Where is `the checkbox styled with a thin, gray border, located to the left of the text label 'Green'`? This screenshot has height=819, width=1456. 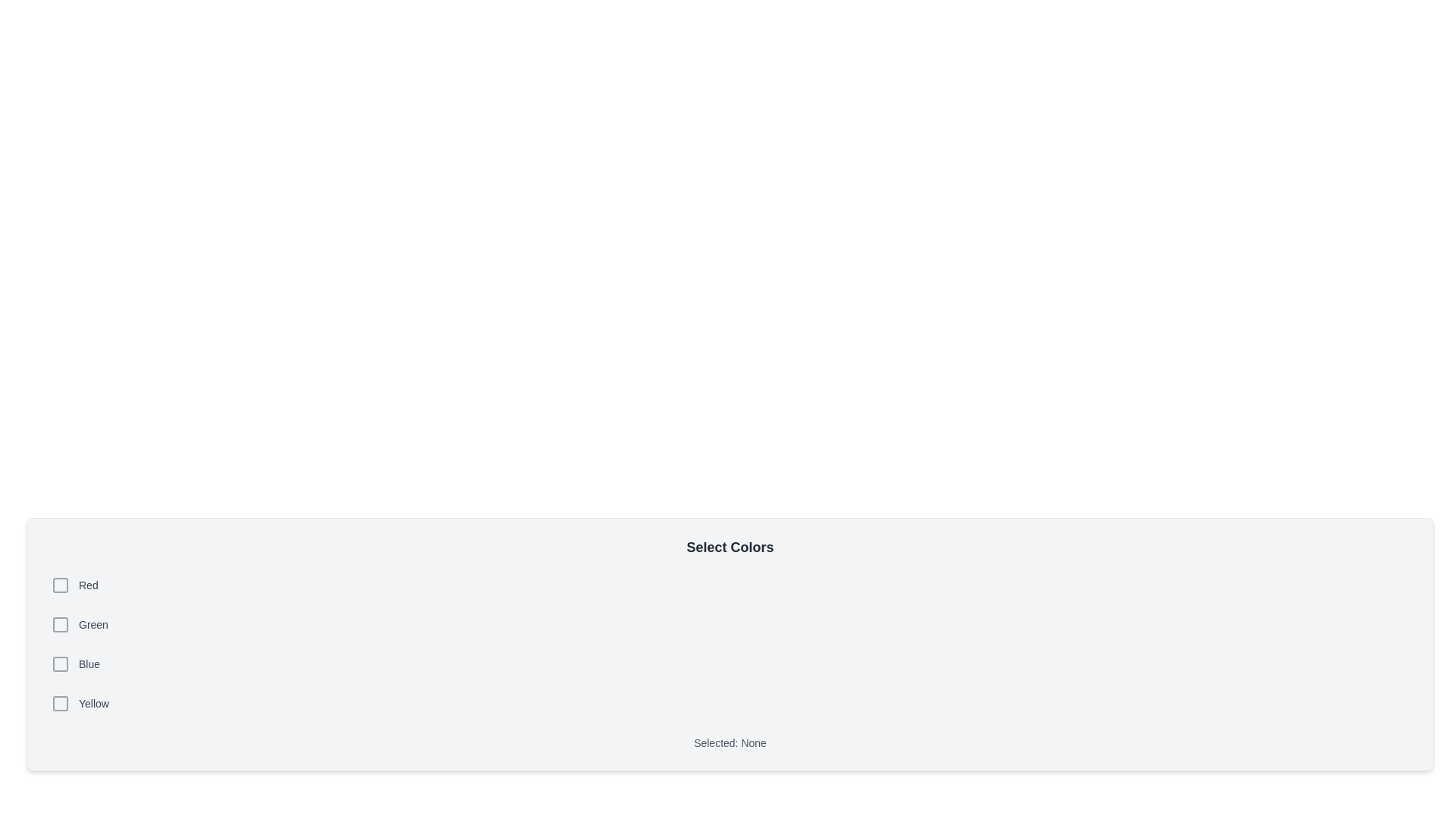 the checkbox styled with a thin, gray border, located to the left of the text label 'Green' is located at coordinates (61, 625).